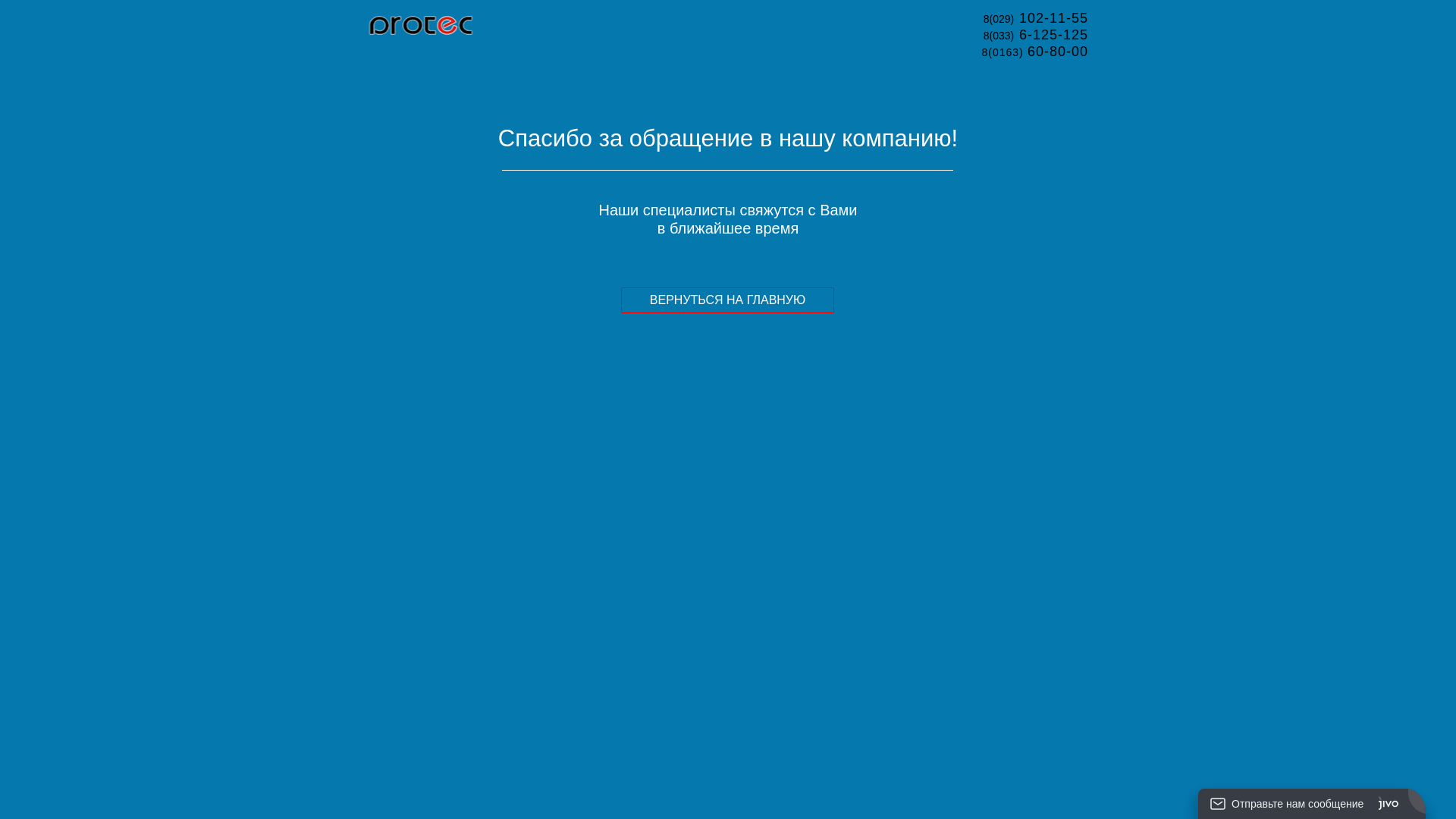 The width and height of the screenshot is (1456, 819). I want to click on '8(033)  6-125-125', so click(1035, 34).